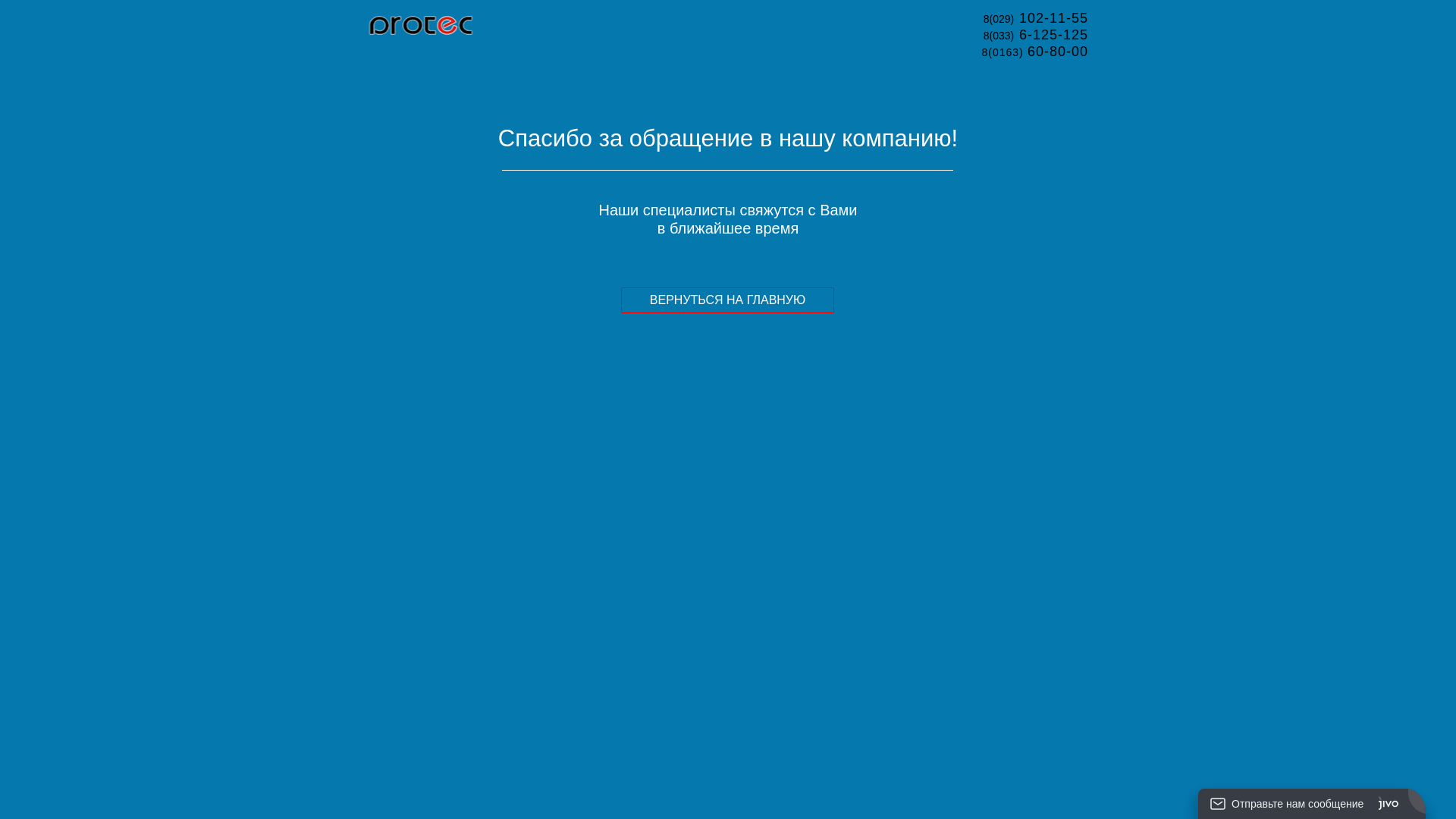 The width and height of the screenshot is (1456, 819). I want to click on '8(033)  6-125-125', so click(1035, 34).